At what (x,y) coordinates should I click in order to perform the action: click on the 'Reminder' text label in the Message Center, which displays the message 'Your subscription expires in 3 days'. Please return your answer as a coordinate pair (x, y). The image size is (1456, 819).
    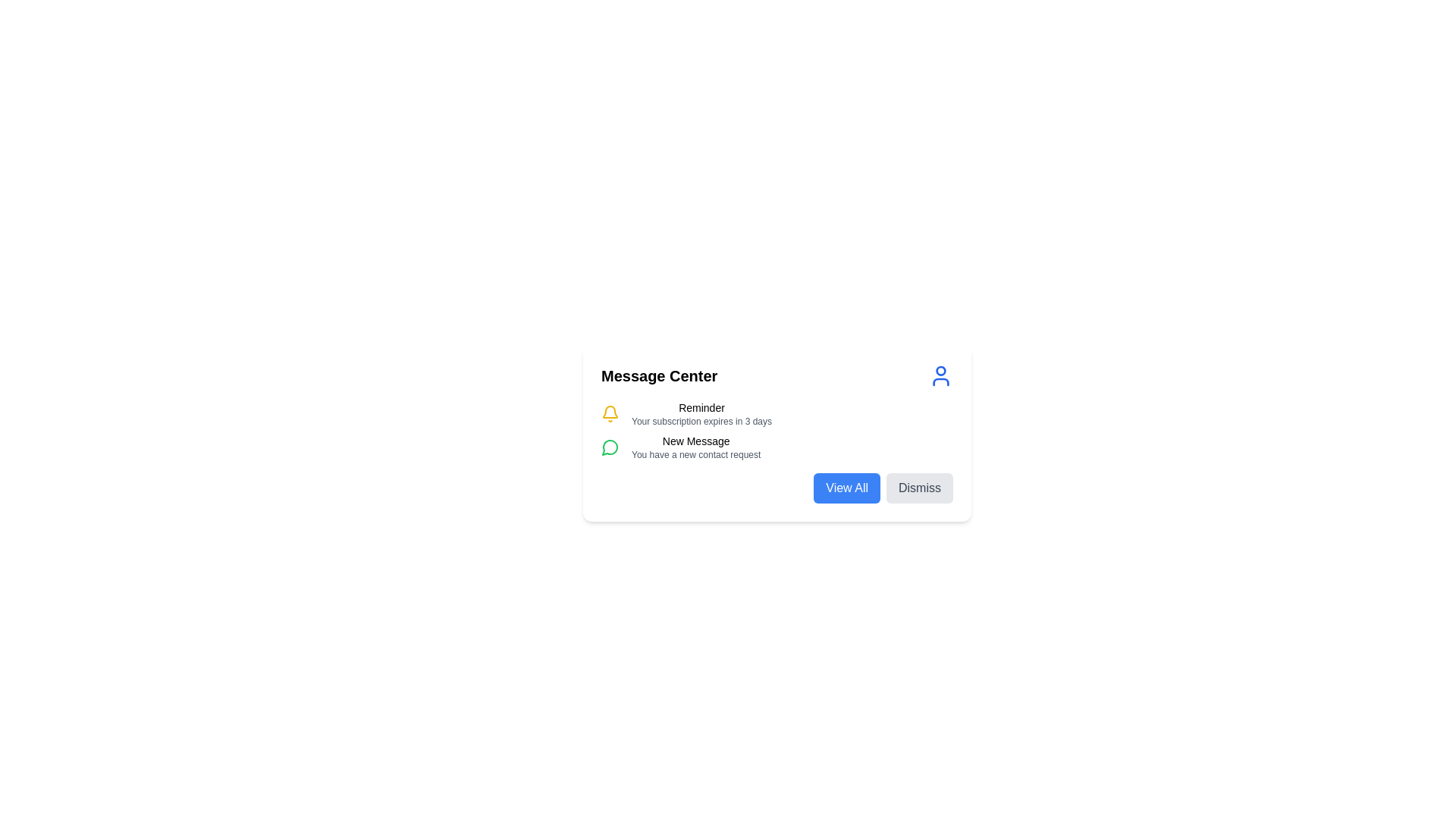
    Looking at the image, I should click on (701, 414).